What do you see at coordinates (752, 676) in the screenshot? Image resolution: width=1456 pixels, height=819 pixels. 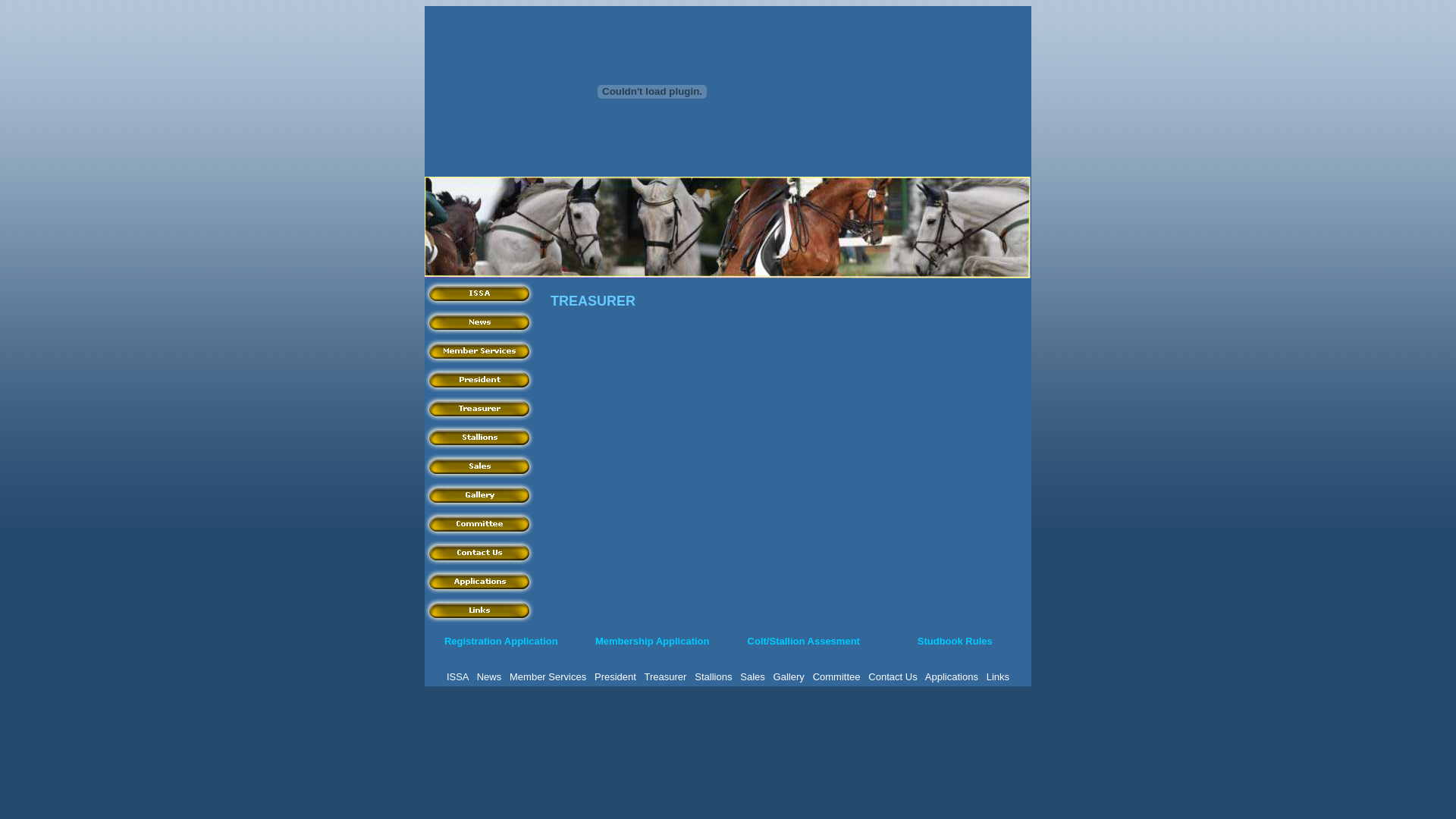 I see `'Sales'` at bounding box center [752, 676].